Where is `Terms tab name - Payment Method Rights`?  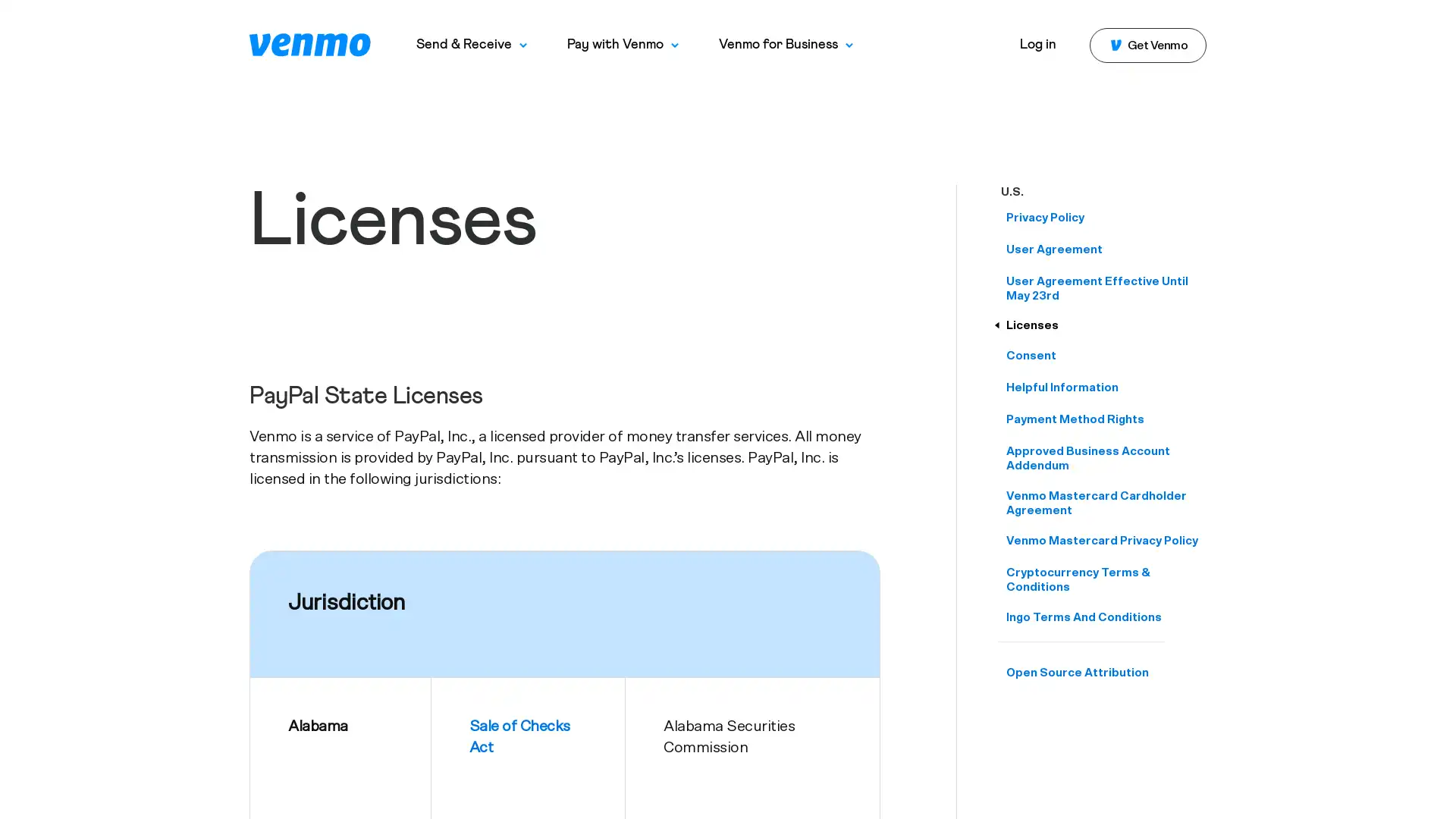
Terms tab name - Payment Method Rights is located at coordinates (1106, 419).